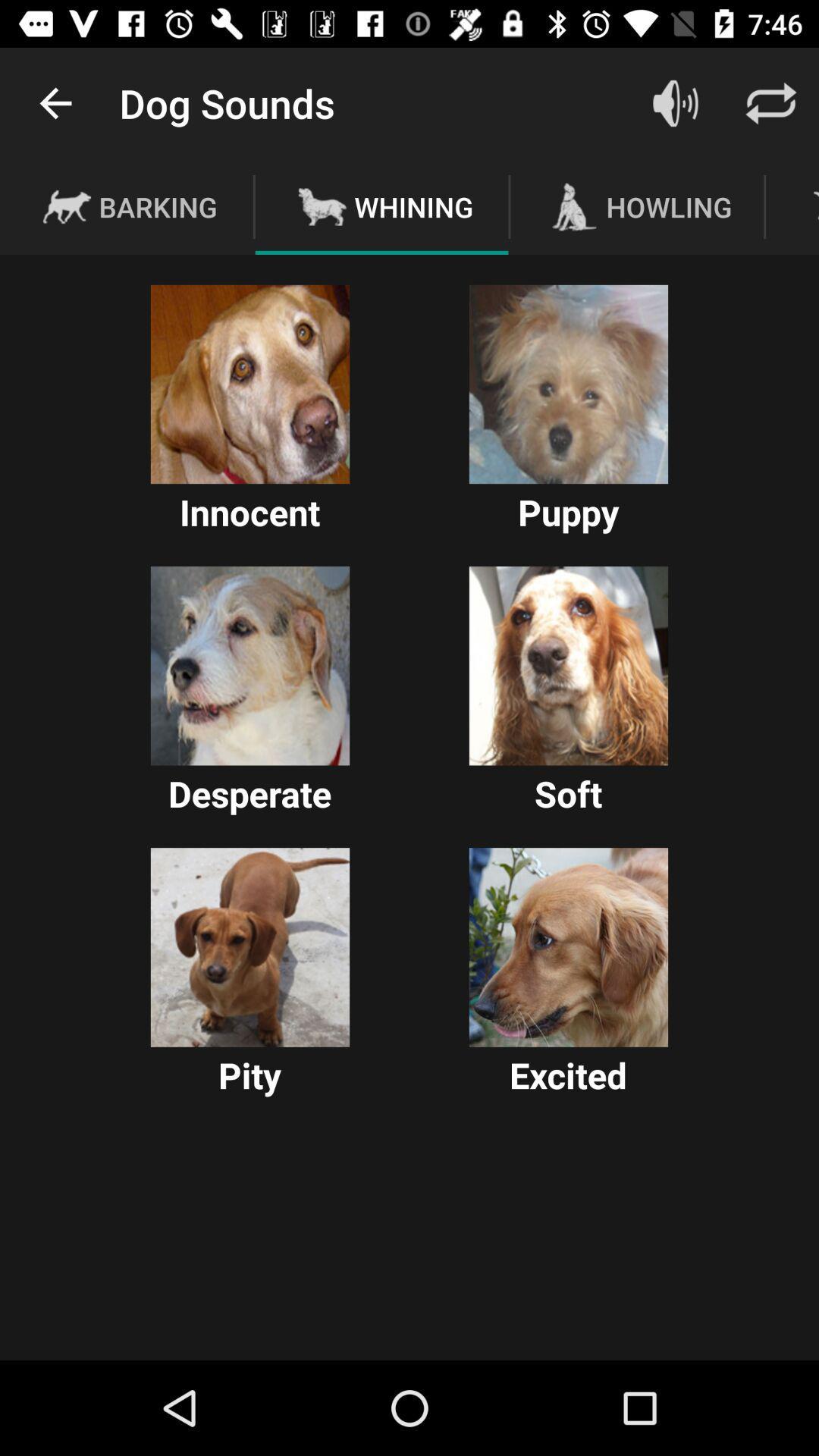  Describe the element at coordinates (675, 102) in the screenshot. I see `the item next to whining item` at that location.